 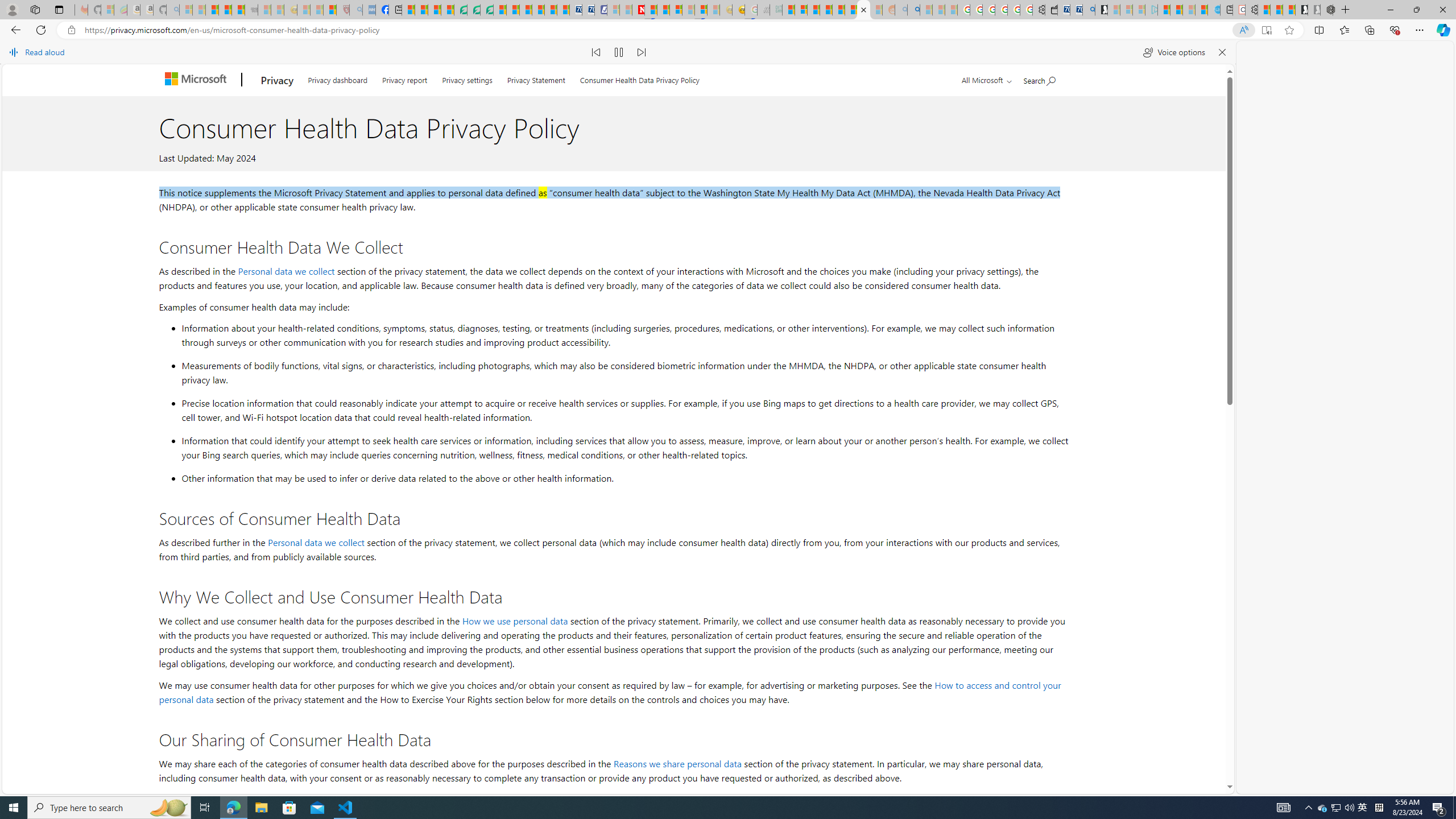 What do you see at coordinates (677, 763) in the screenshot?
I see `'Reasons we share personal data'` at bounding box center [677, 763].